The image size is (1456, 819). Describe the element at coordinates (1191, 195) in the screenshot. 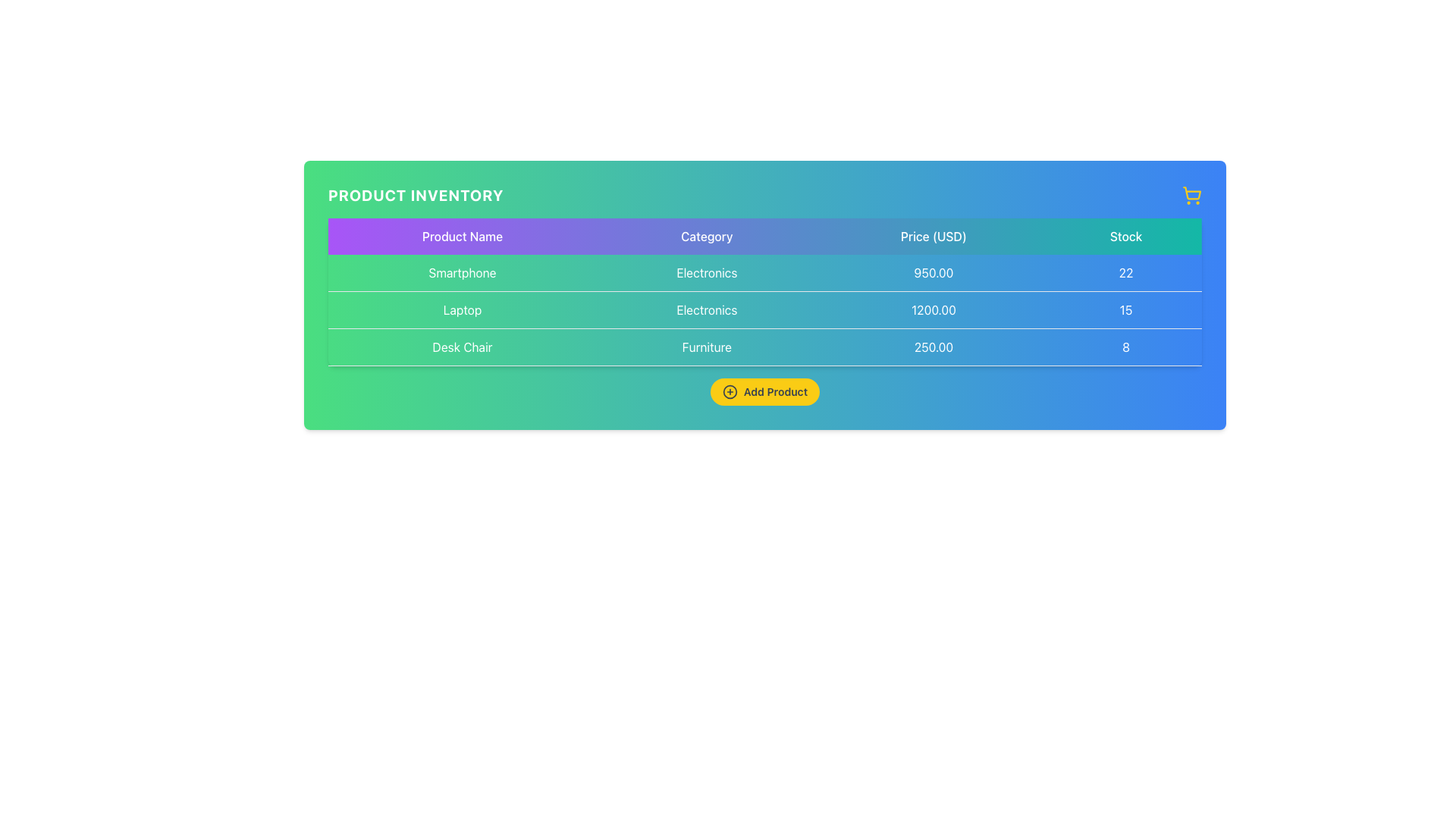

I see `the shopping cart icon with yellow outlines` at that location.